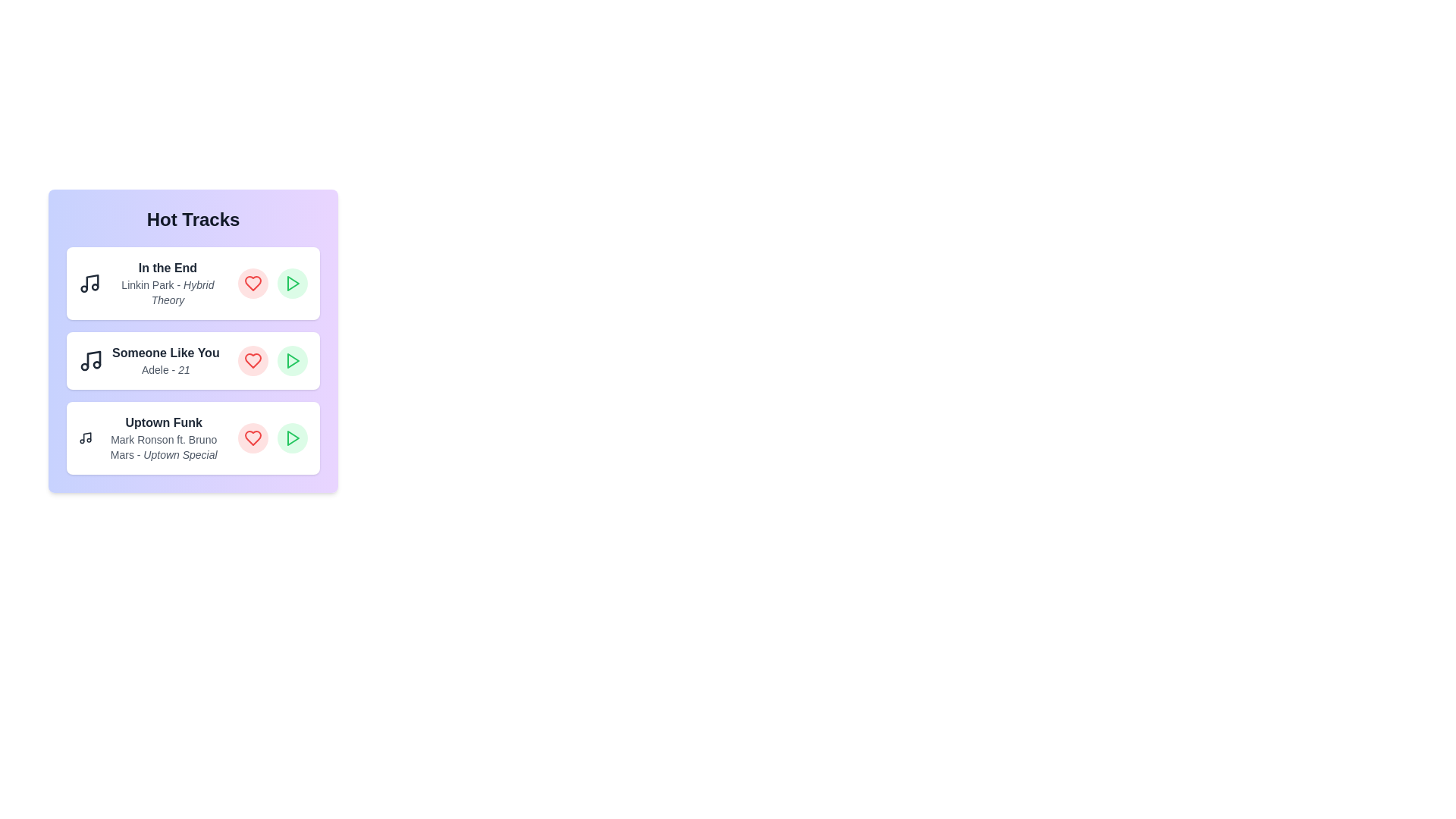  What do you see at coordinates (292, 438) in the screenshot?
I see `play button for the track titled 'Uptown Funk'` at bounding box center [292, 438].